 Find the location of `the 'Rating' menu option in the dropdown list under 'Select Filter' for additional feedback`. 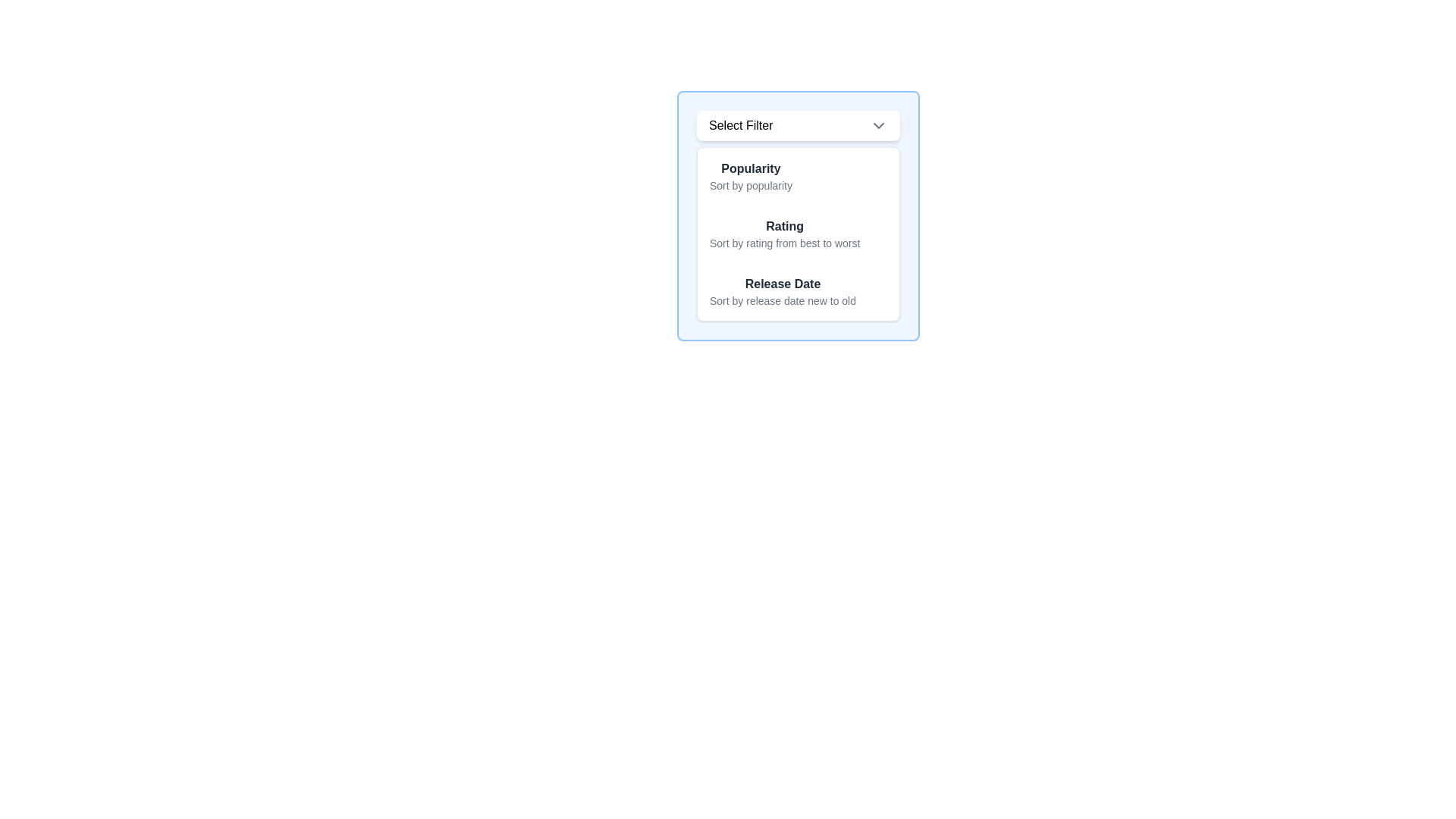

the 'Rating' menu option in the dropdown list under 'Select Filter' for additional feedback is located at coordinates (785, 234).